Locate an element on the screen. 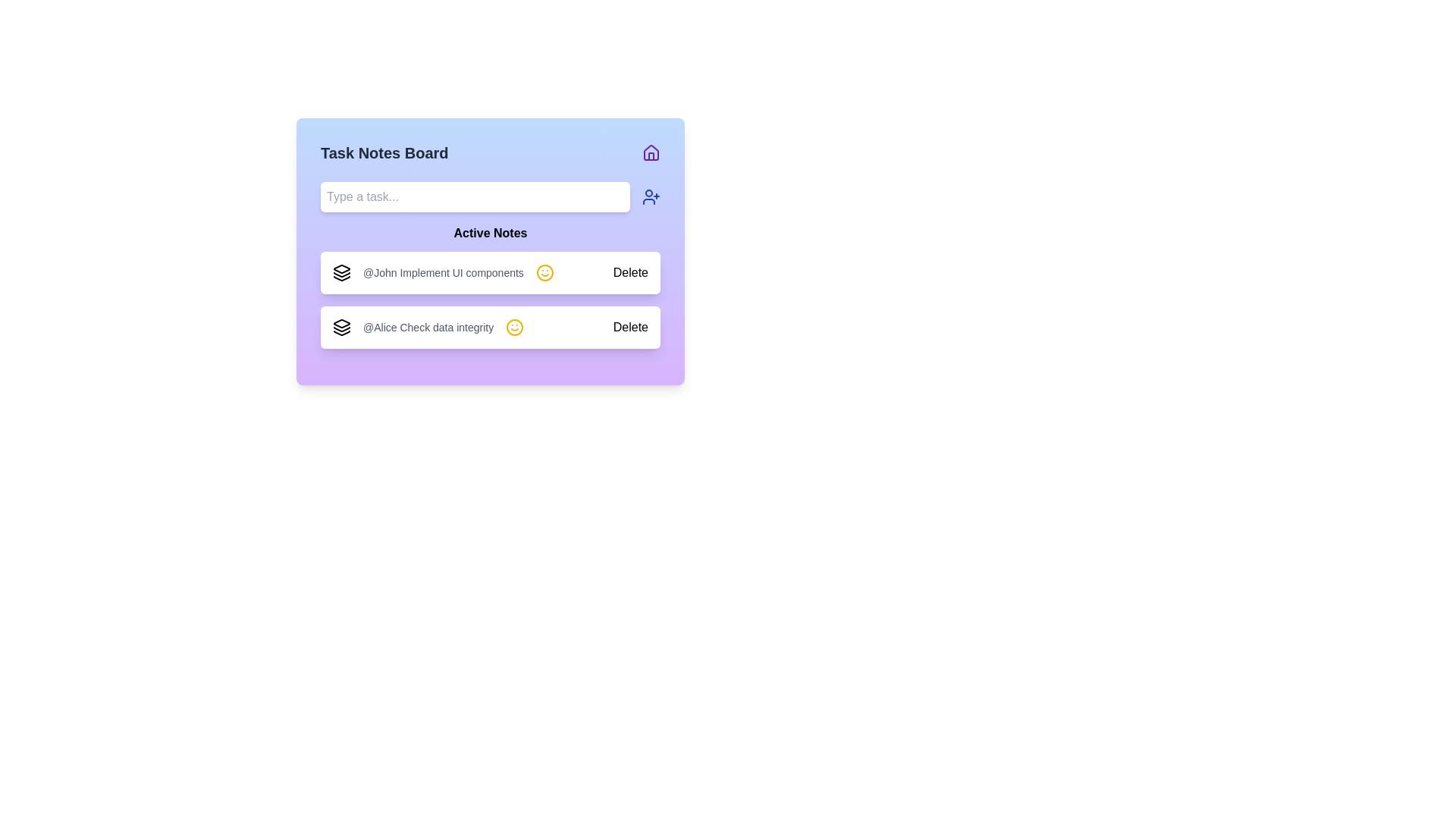 The image size is (1456, 819). the task note entry labeled '@Alice Check data integrity' is located at coordinates (491, 327).